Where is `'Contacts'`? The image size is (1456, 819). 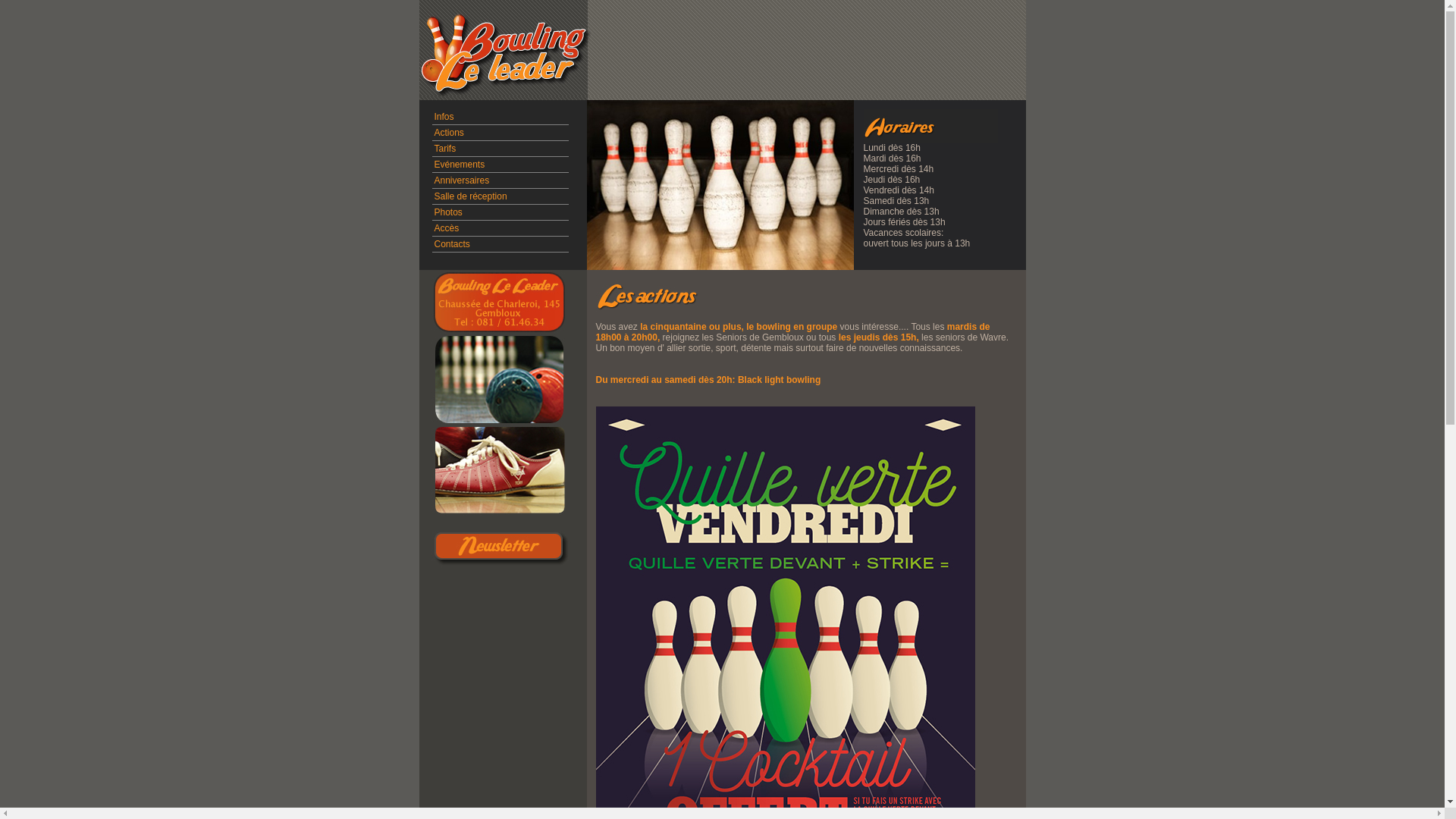
'Contacts' is located at coordinates (450, 243).